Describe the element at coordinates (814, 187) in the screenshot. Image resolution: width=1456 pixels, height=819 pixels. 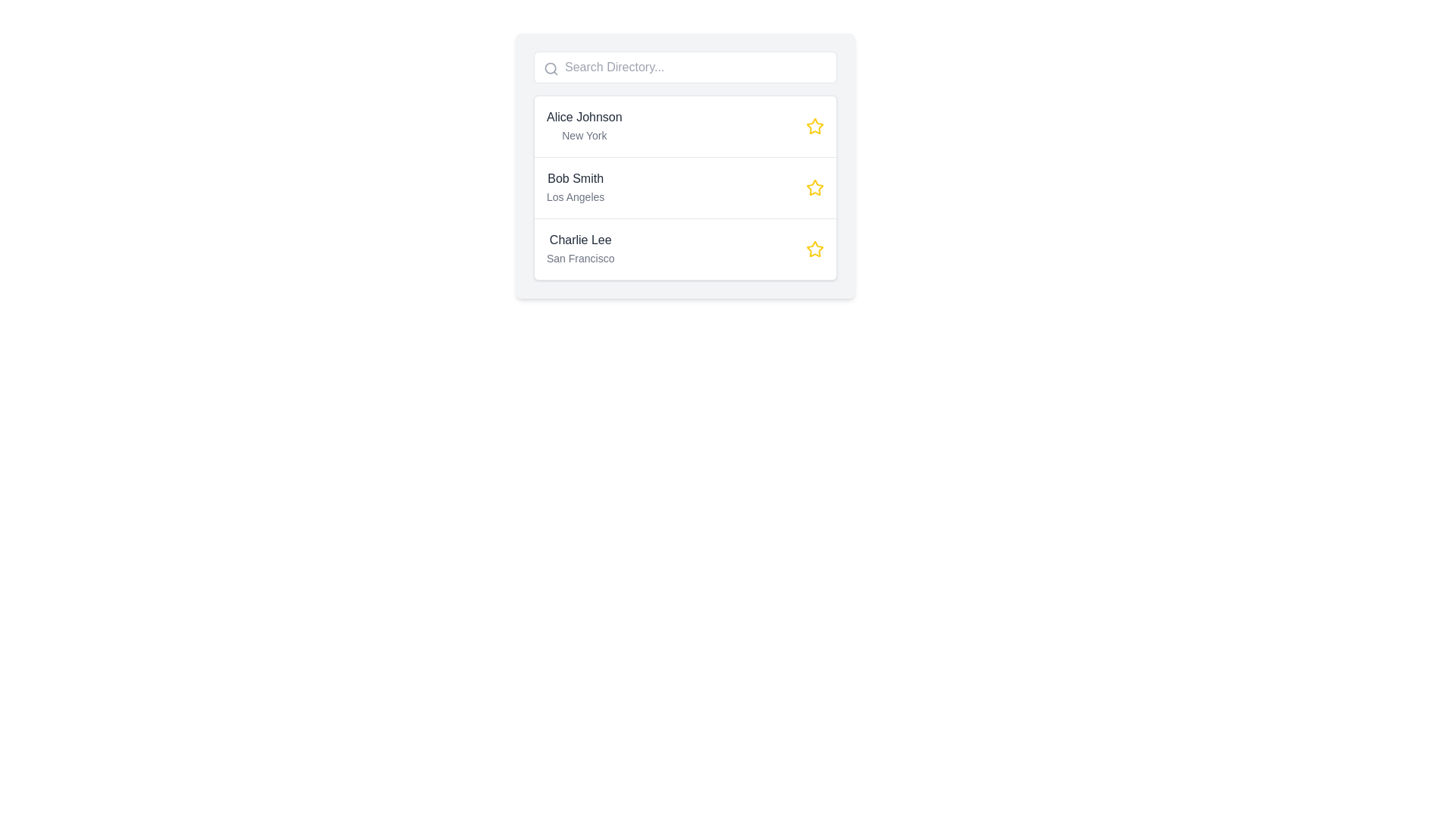
I see `the icon button located at the far-right end of the list entry for 'Bob Smith - Los Angeles' to mark it as a favorite` at that location.